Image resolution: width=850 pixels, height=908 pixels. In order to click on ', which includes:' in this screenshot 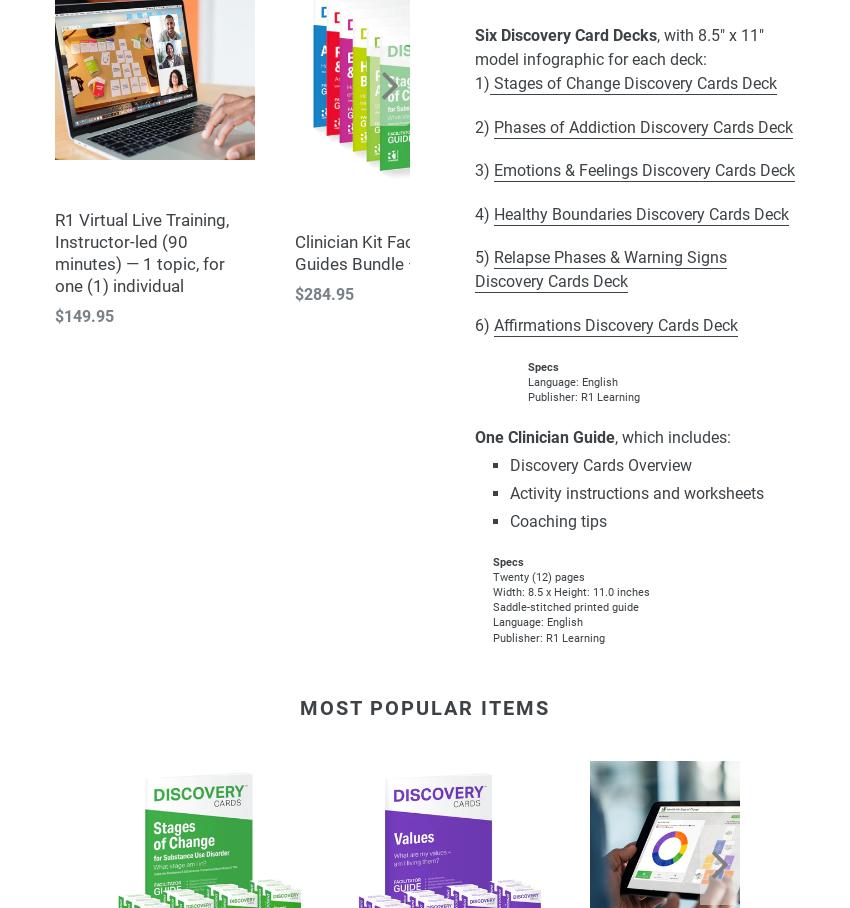, I will do `click(673, 437)`.